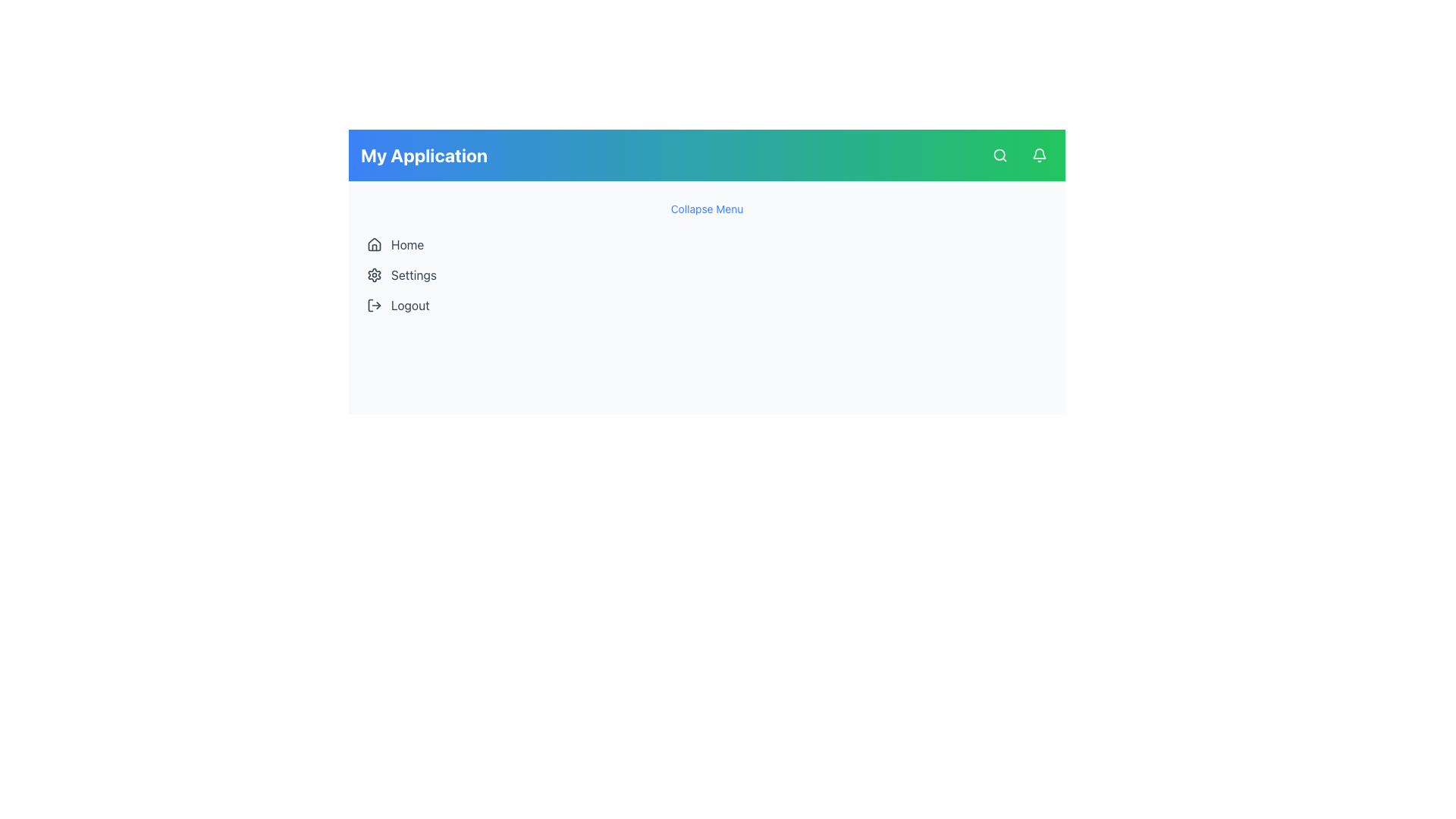 This screenshot has height=819, width=1456. I want to click on the interactive 'Collapse Menu' button which is a small blue text label located at the top-center of the interface, just below the title bar, so click(706, 209).